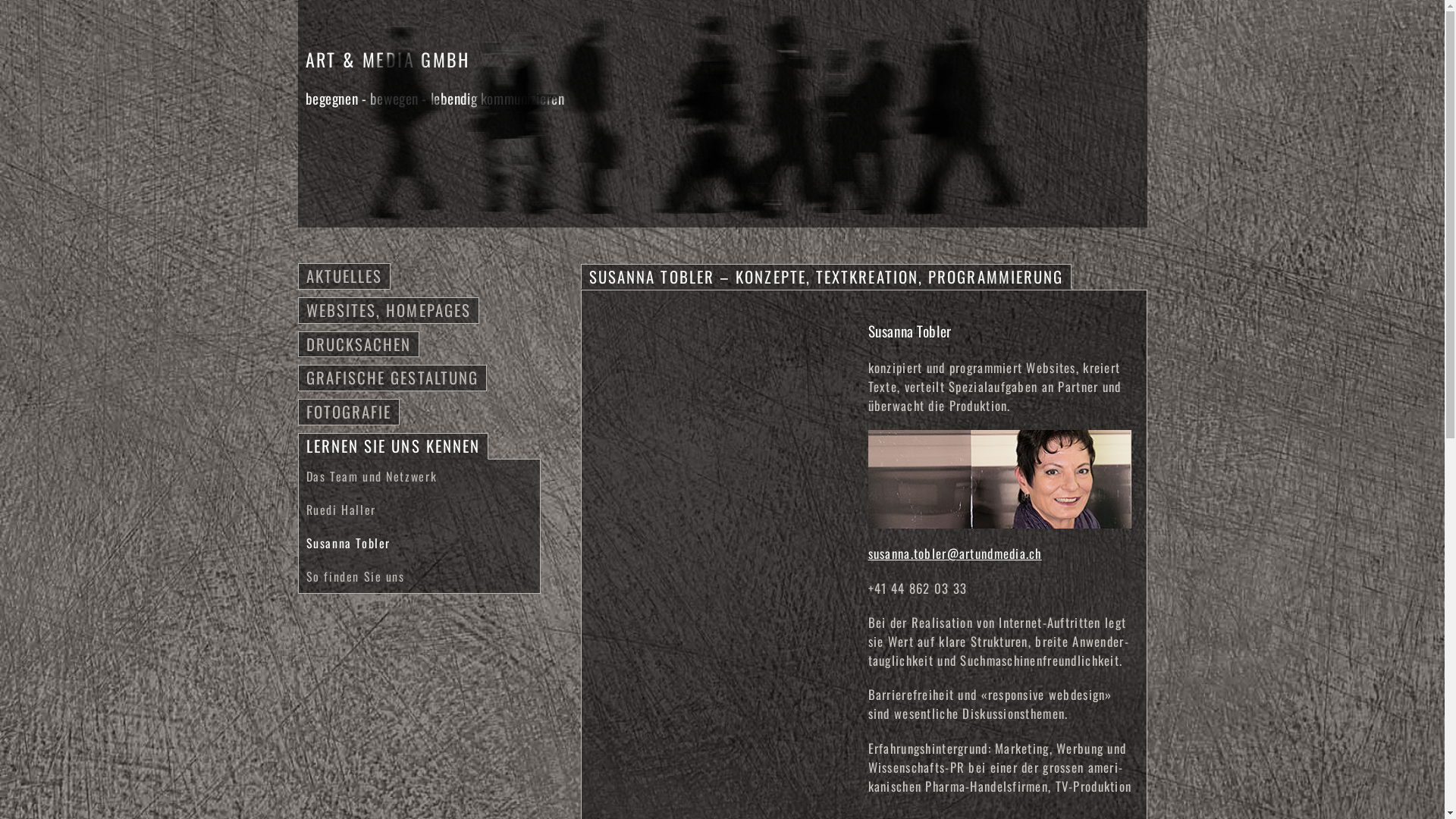 The width and height of the screenshot is (1456, 819). What do you see at coordinates (344, 275) in the screenshot?
I see `'AKTUELLES'` at bounding box center [344, 275].